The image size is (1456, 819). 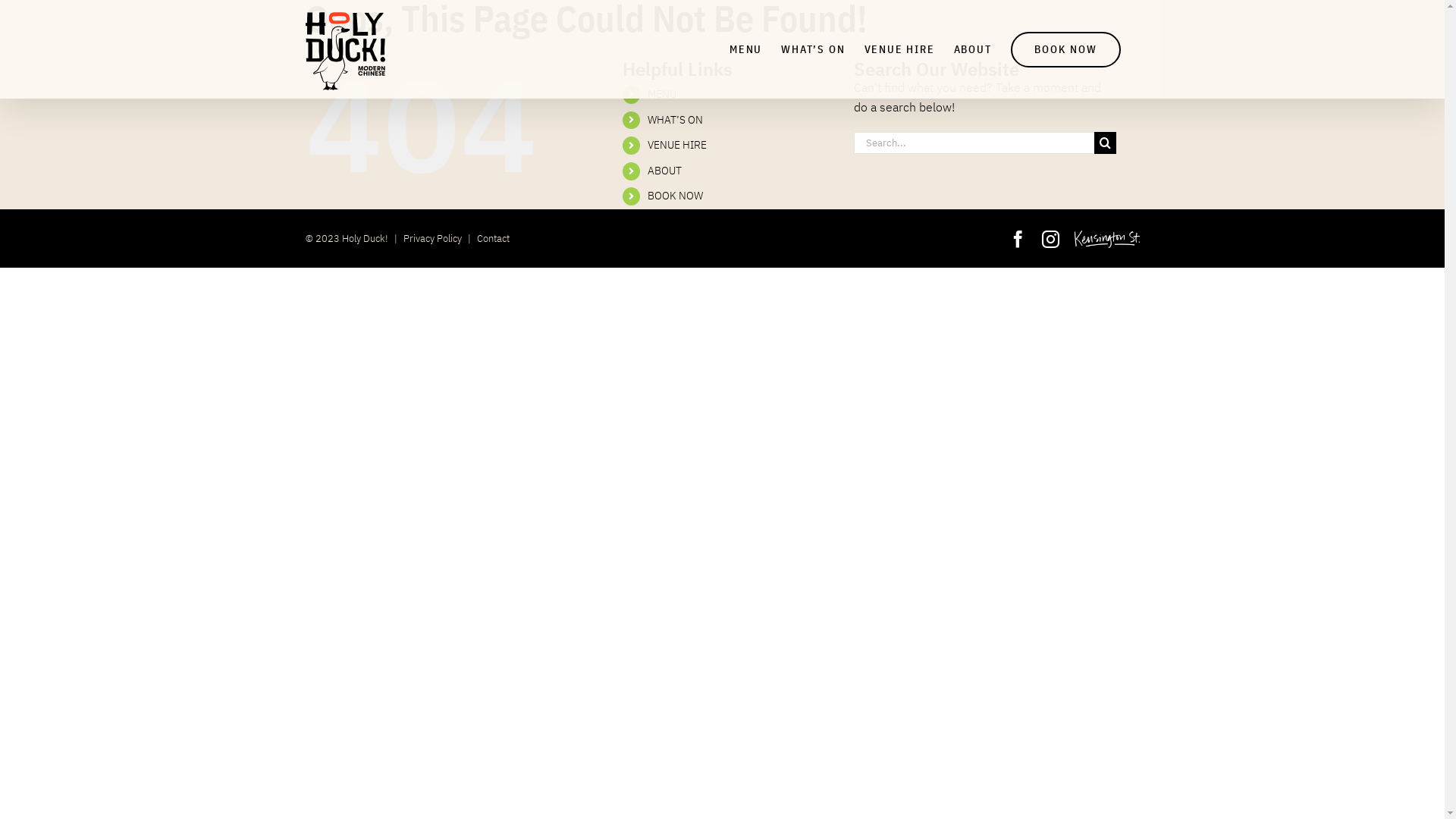 I want to click on 'Kensington Street', so click(x=1106, y=234).